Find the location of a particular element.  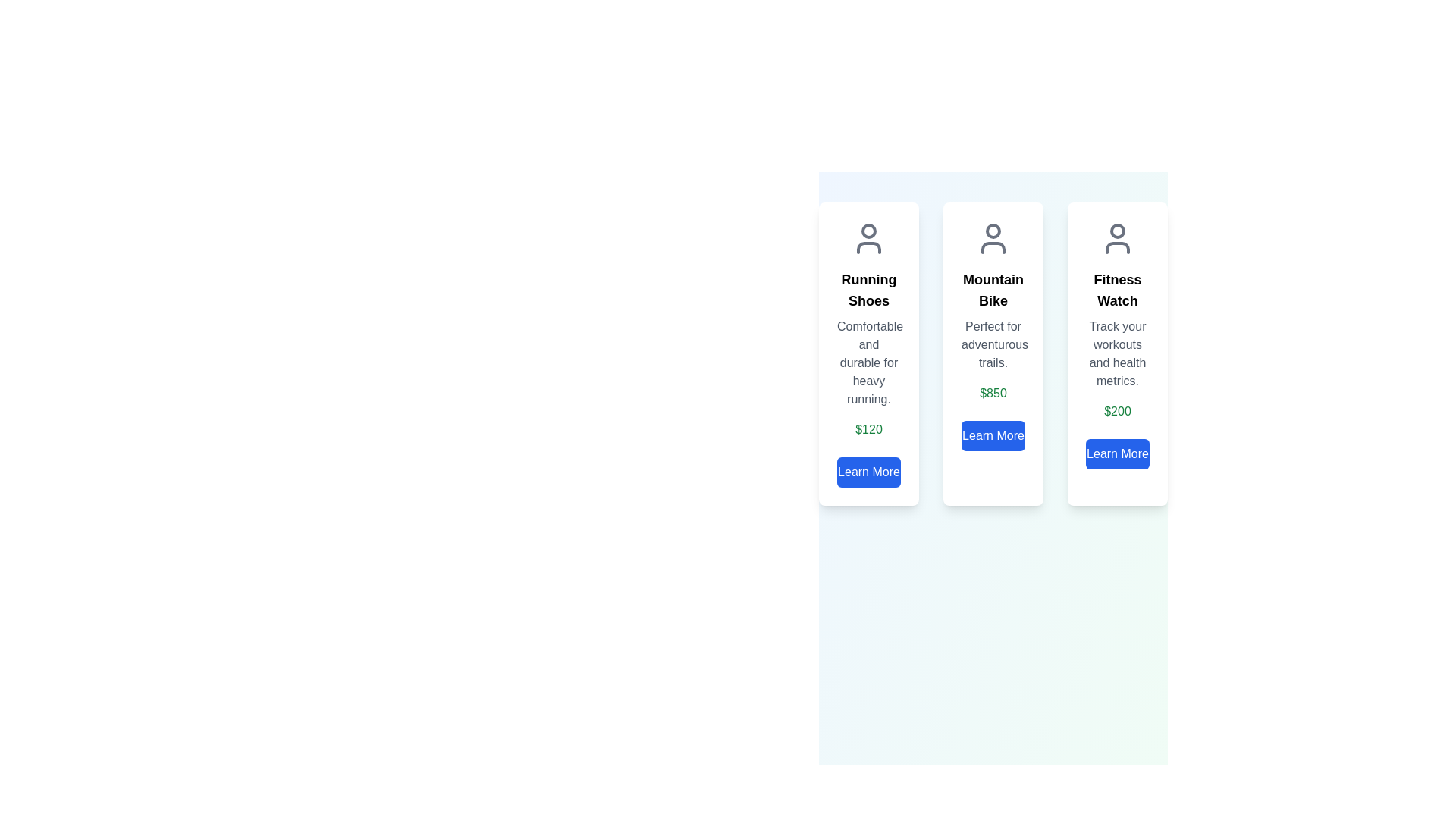

the text element providing additional details about the product 'Running Shoes' to trigger any associated tooltips or effects is located at coordinates (869, 362).